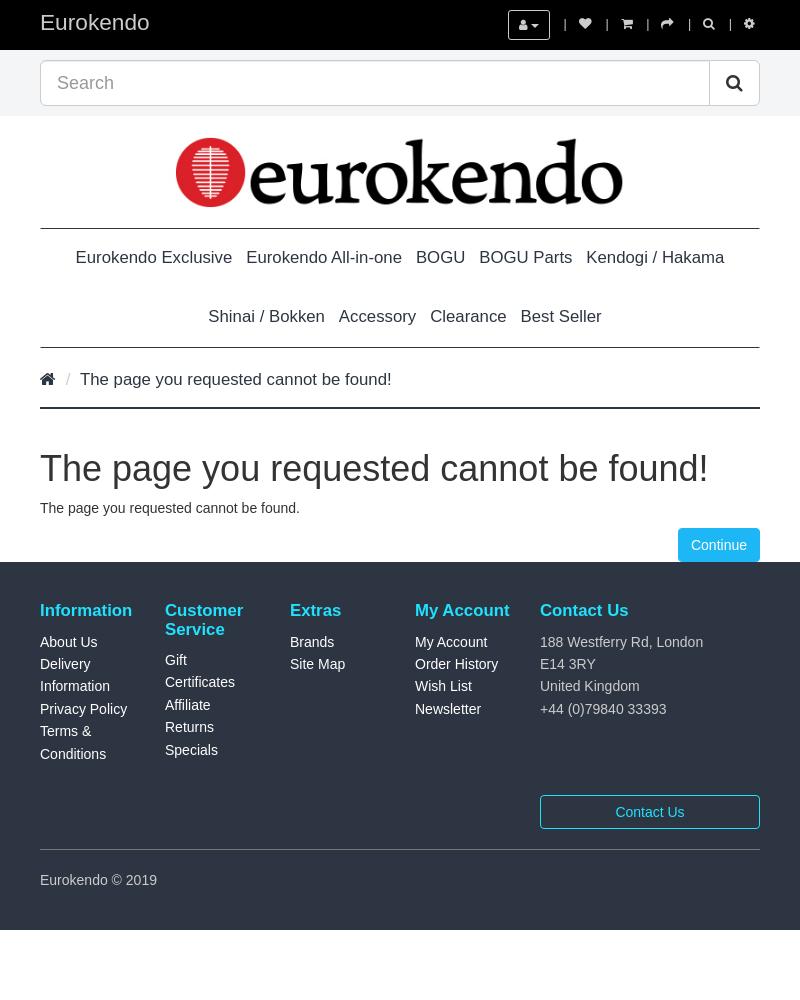 The width and height of the screenshot is (800, 1000). I want to click on '+44 (0)79840 33393', so click(603, 707).